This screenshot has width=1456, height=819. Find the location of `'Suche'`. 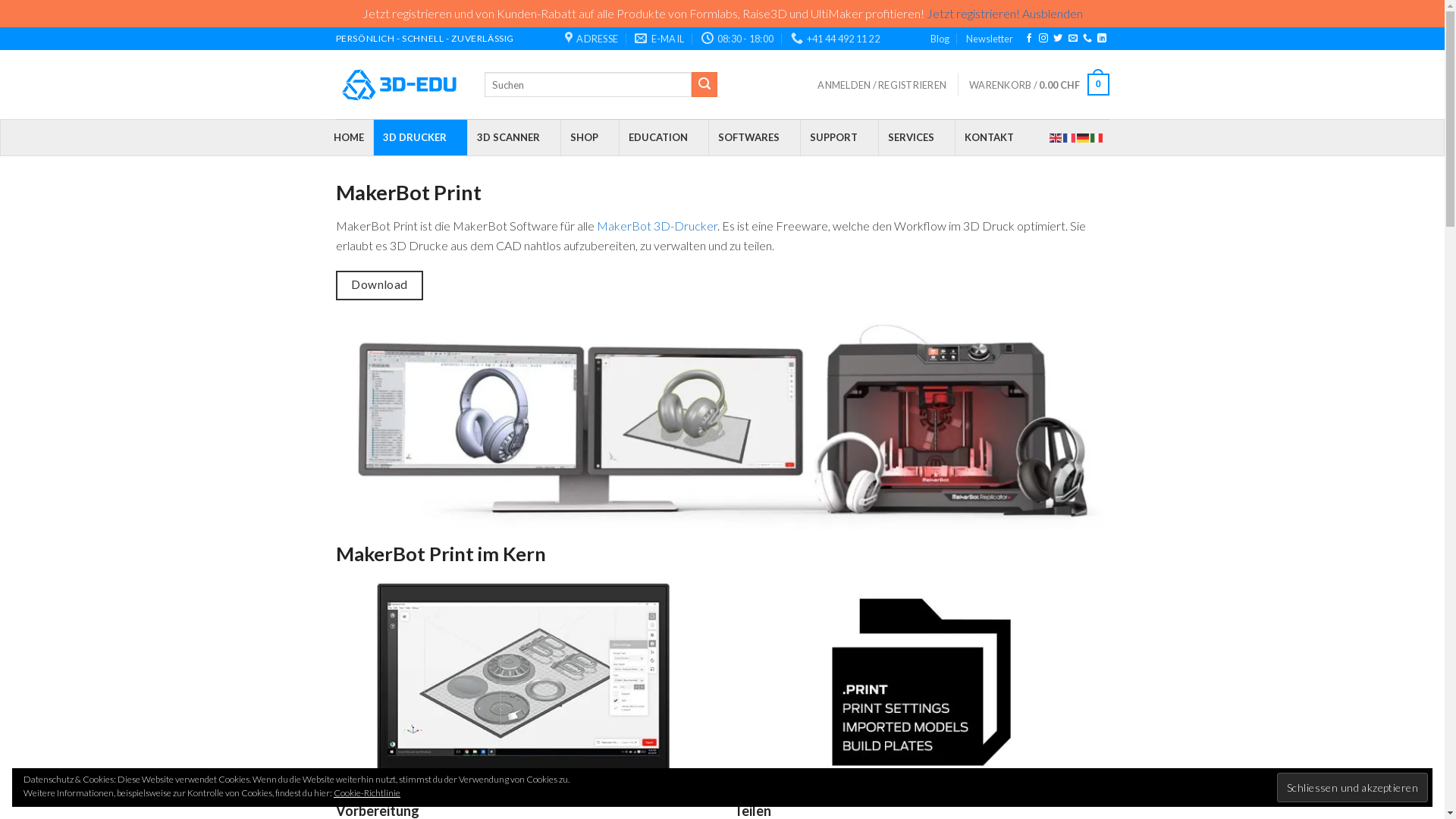

'Suche' is located at coordinates (704, 84).